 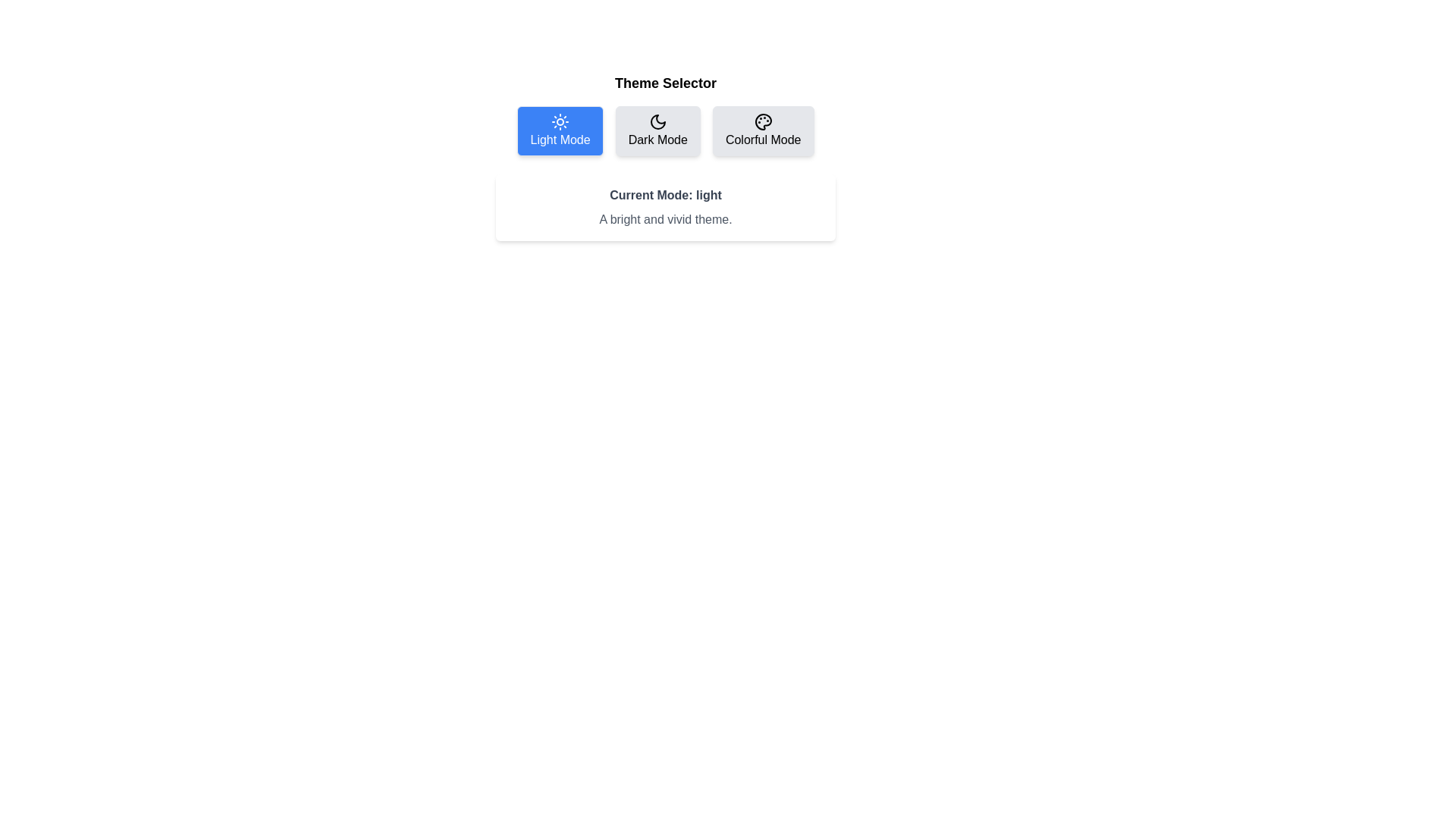 What do you see at coordinates (666, 219) in the screenshot?
I see `the text label displaying the phrase 'A bright and vivid theme.' which is located below the bold text 'Current Mode: light'` at bounding box center [666, 219].